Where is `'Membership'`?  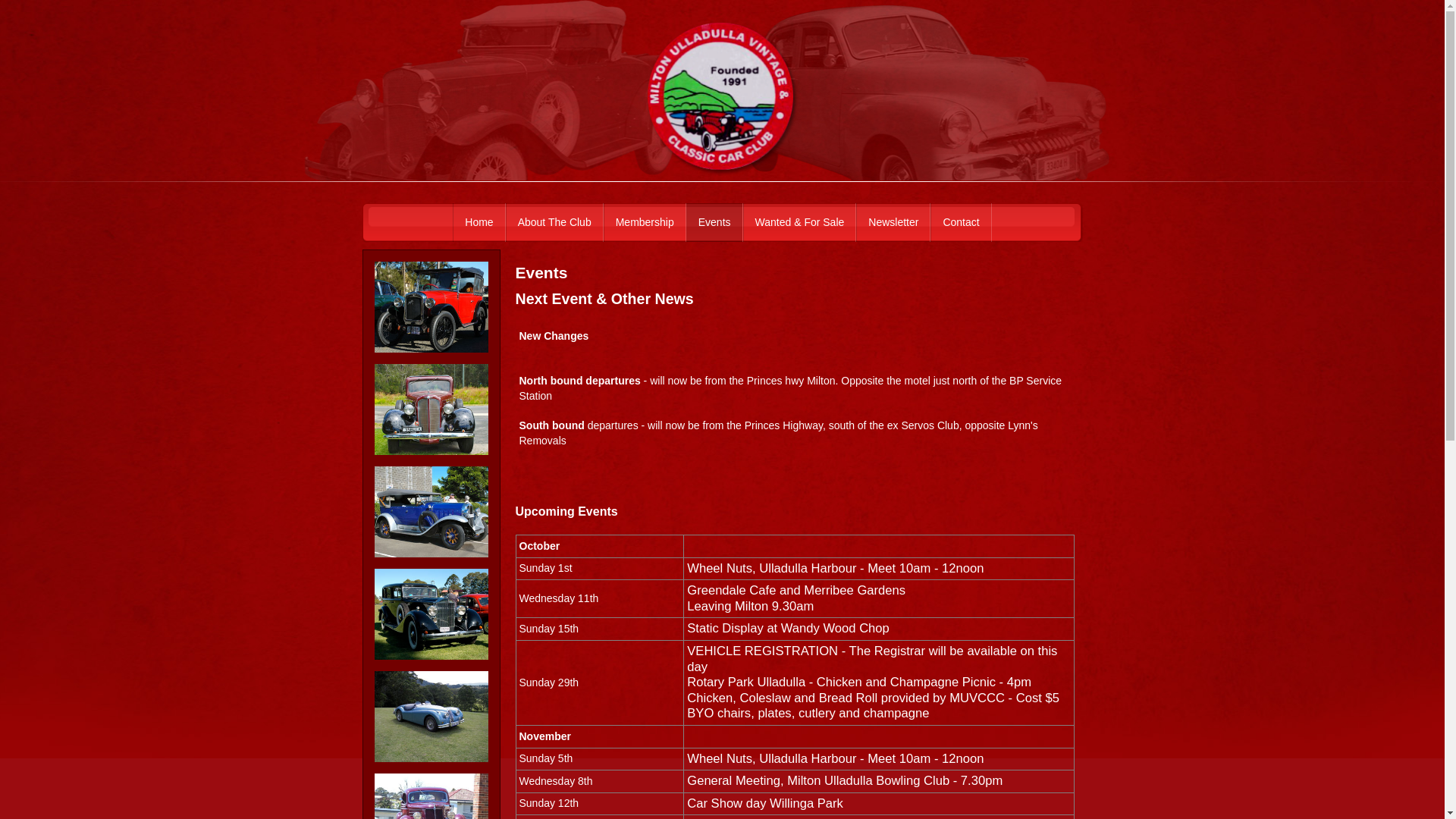 'Membership' is located at coordinates (645, 222).